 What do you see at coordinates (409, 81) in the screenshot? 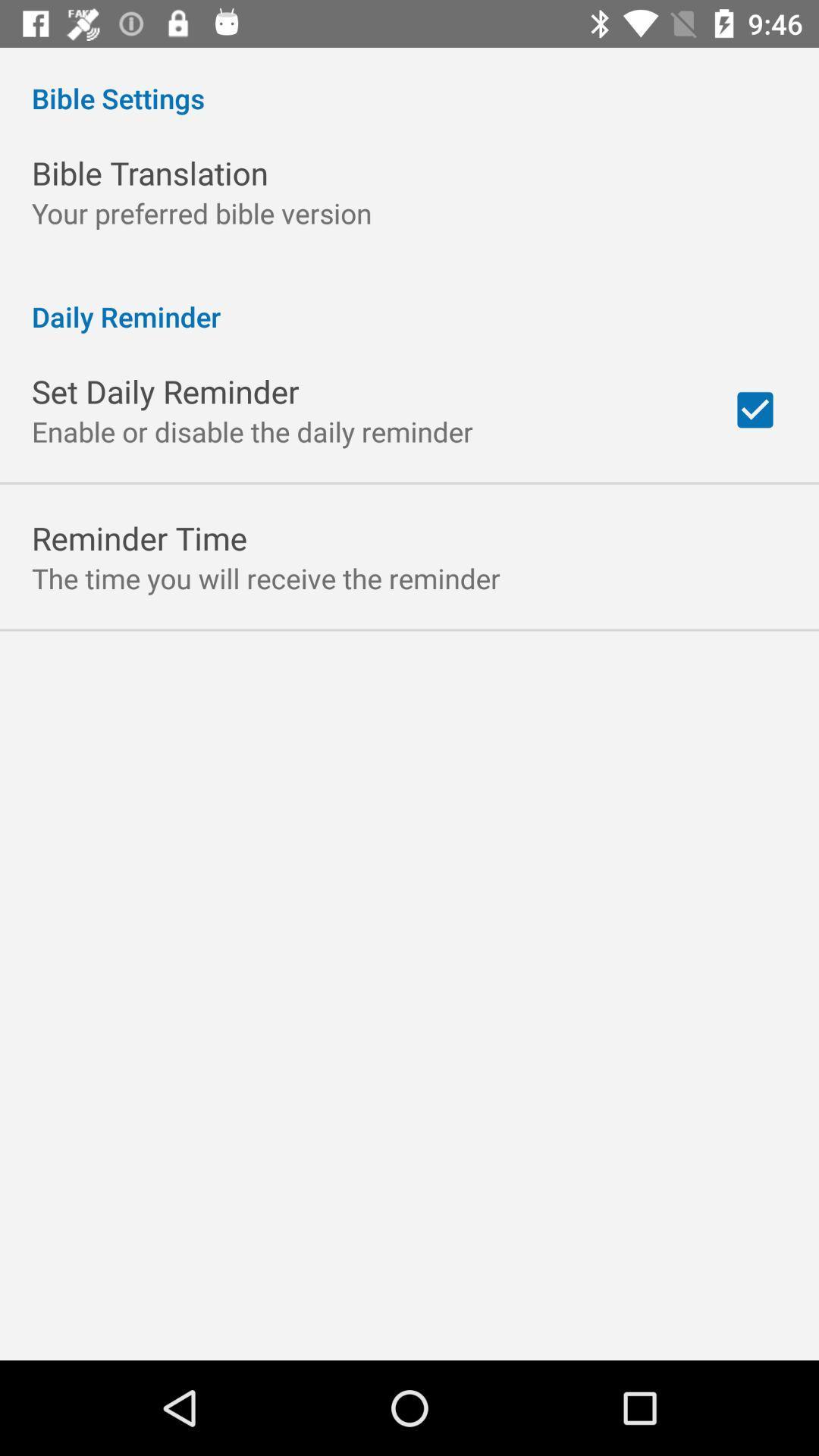
I see `bible settings app` at bounding box center [409, 81].